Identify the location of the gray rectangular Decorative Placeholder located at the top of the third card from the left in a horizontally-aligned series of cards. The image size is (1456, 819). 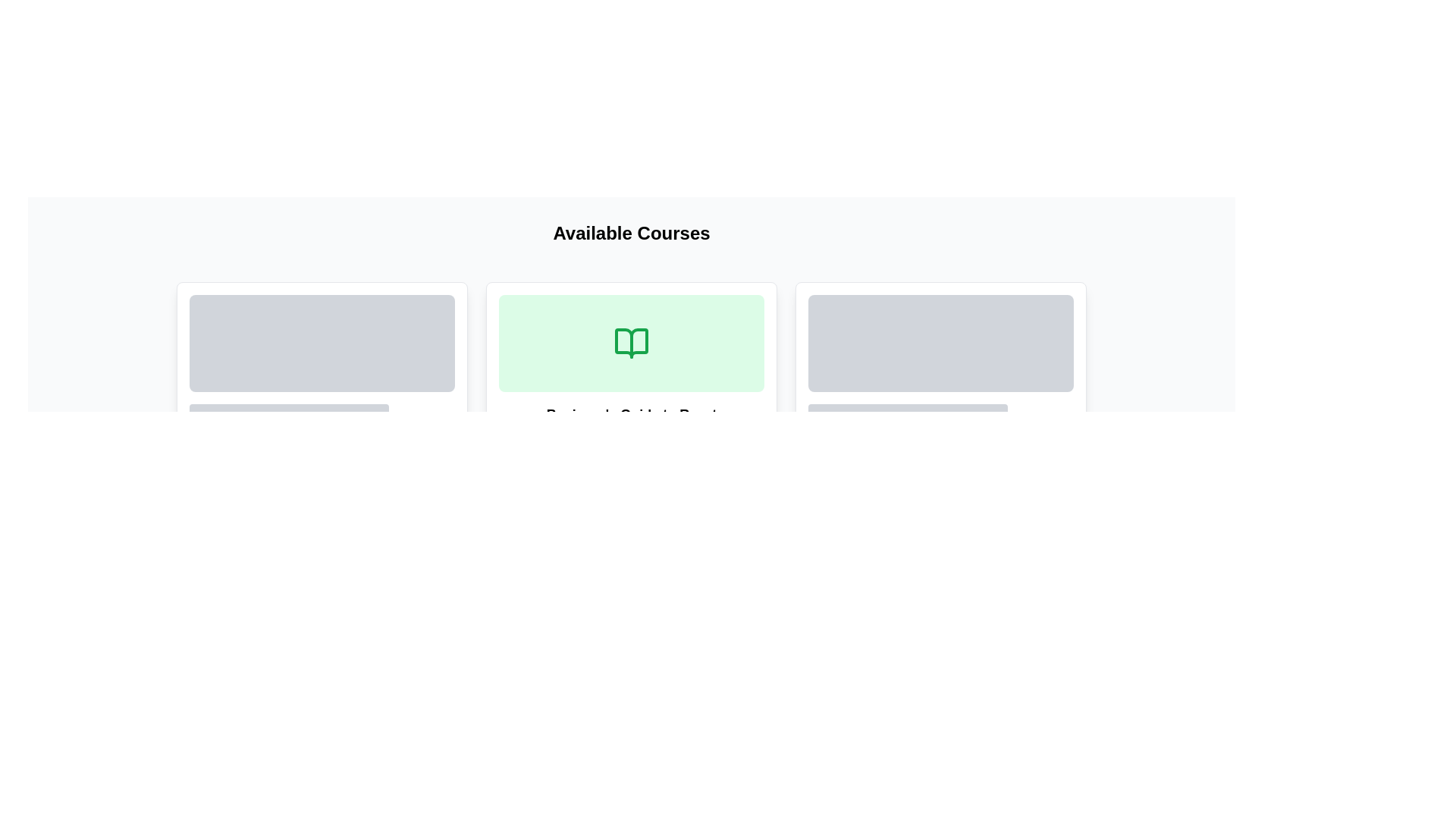
(940, 366).